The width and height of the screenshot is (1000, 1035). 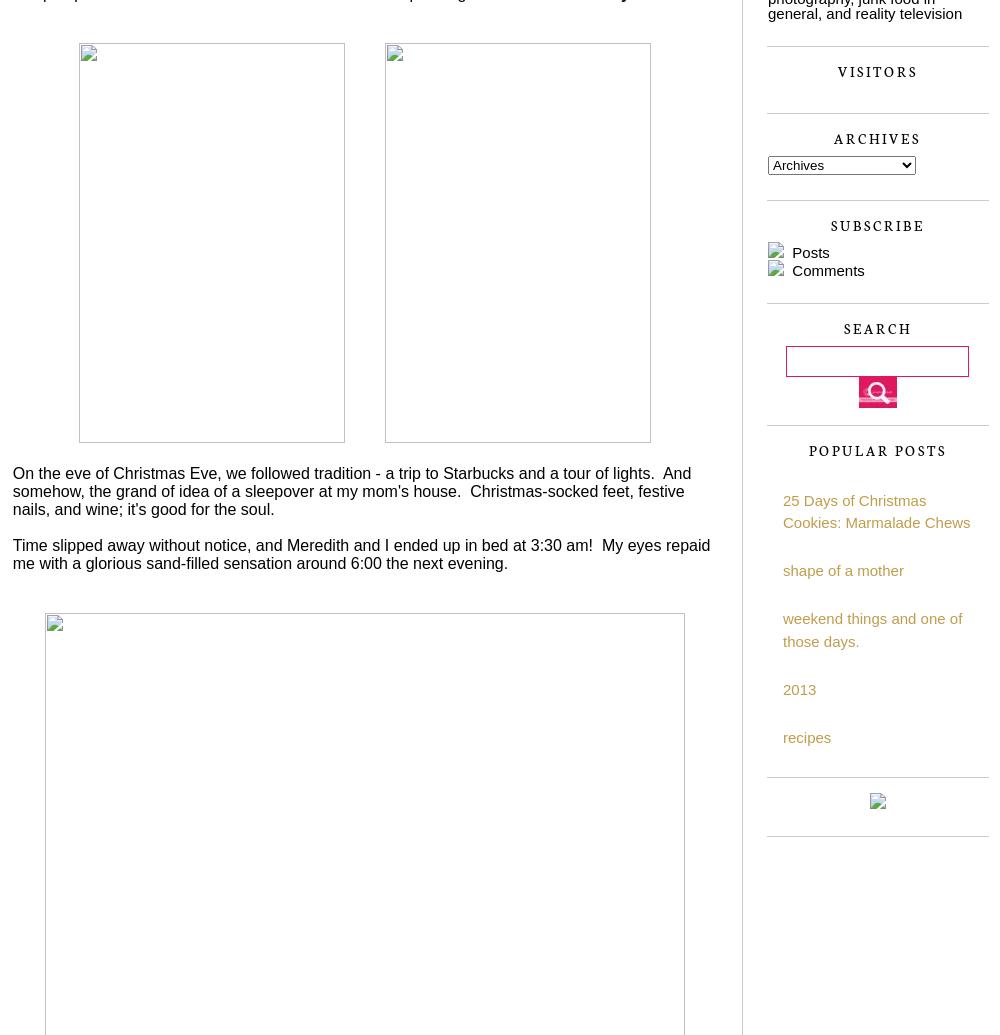 I want to click on 'Search', so click(x=877, y=328).